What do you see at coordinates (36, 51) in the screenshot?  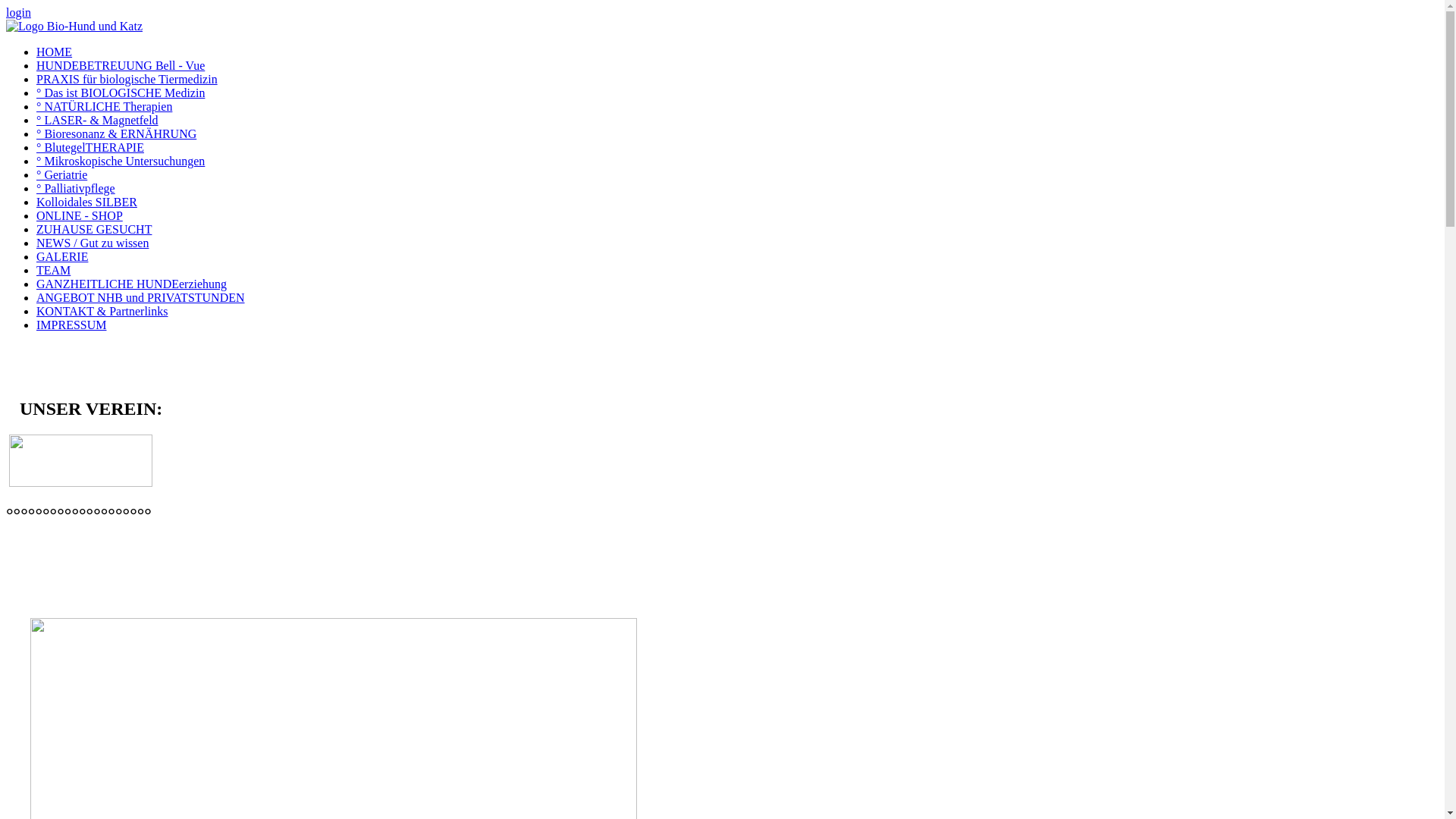 I see `'HOME'` at bounding box center [36, 51].